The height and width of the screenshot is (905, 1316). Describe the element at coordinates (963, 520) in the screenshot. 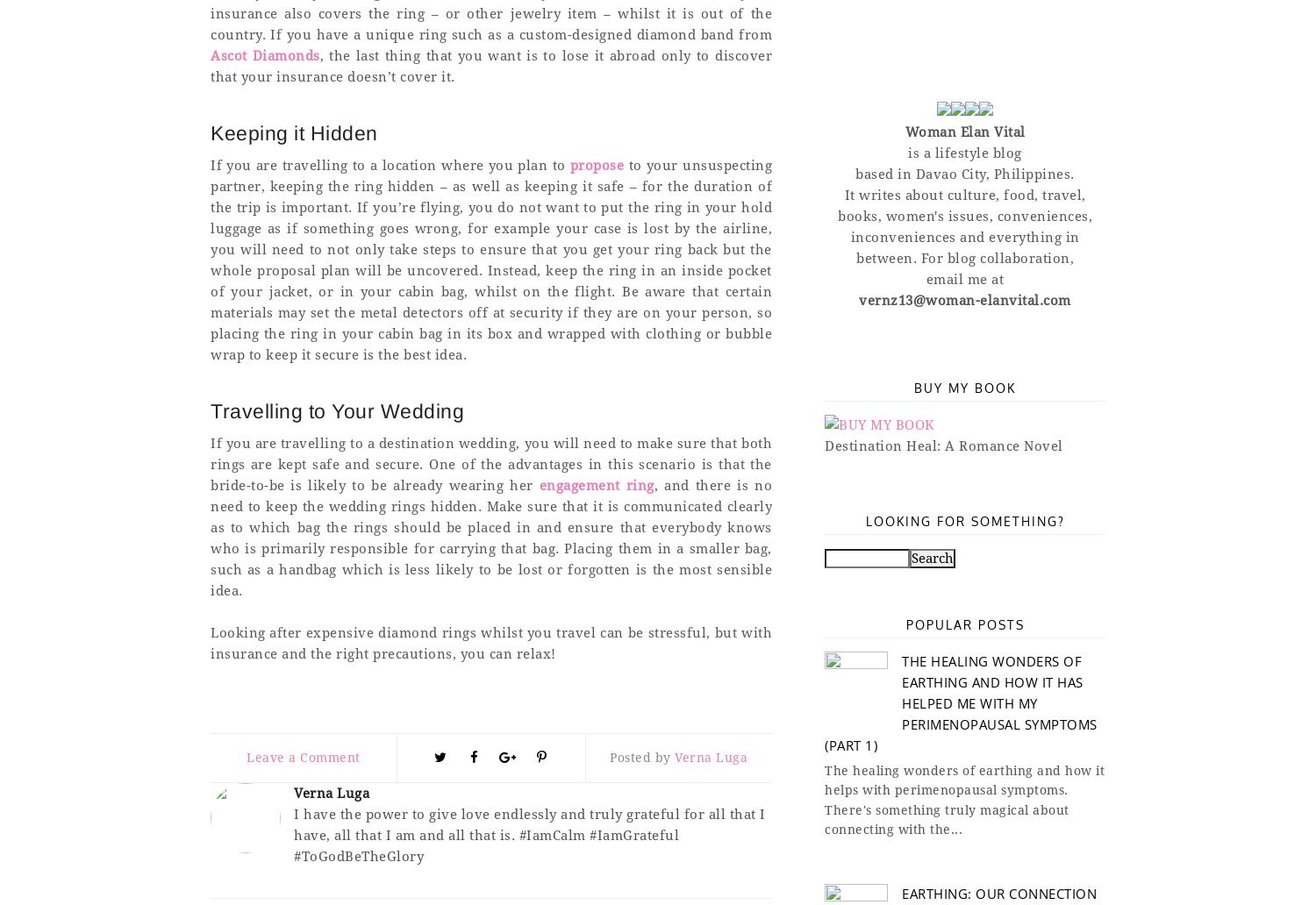

I see `'Looking for something?'` at that location.